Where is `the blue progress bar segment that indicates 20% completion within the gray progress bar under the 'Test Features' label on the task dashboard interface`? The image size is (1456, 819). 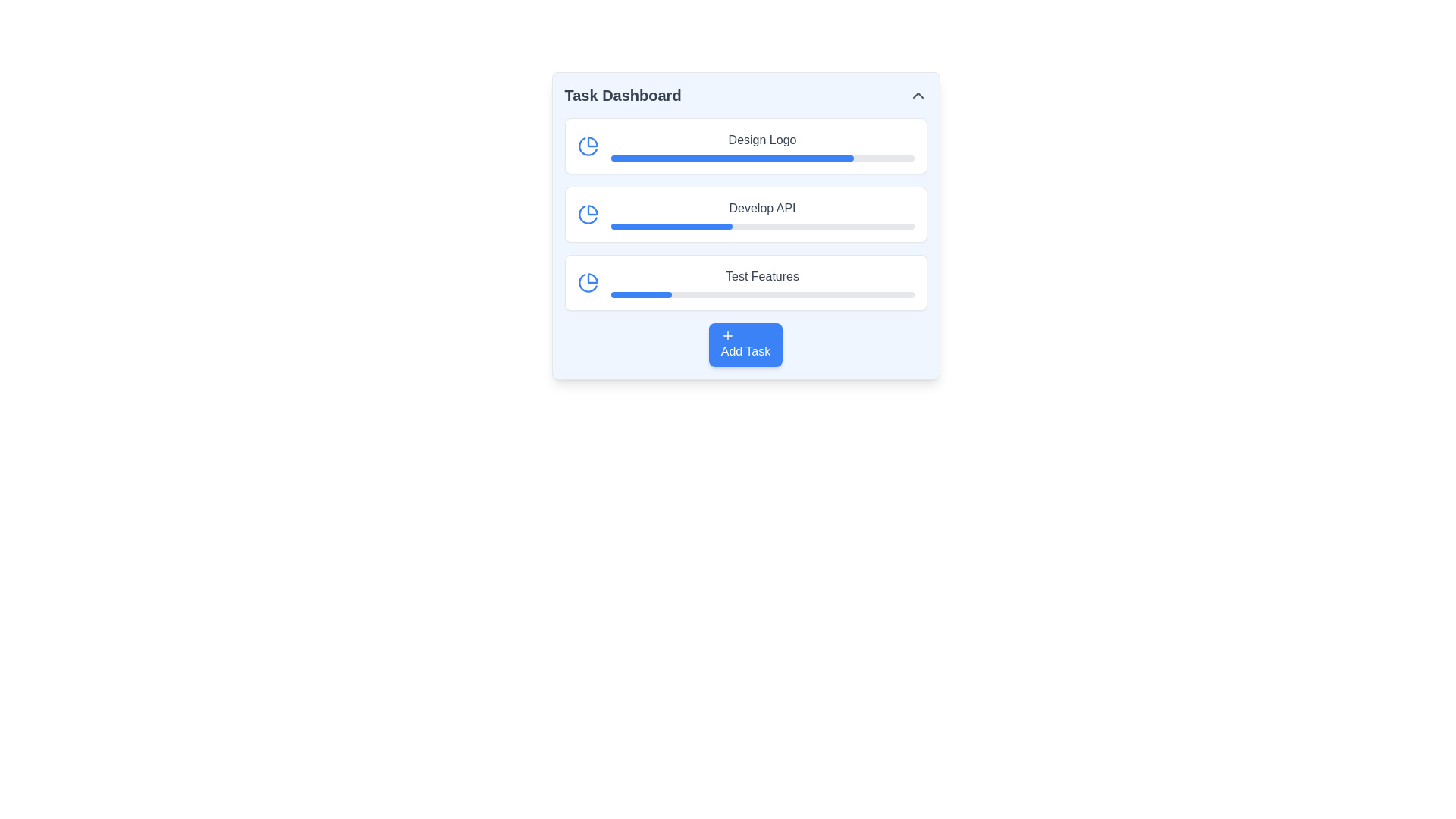 the blue progress bar segment that indicates 20% completion within the gray progress bar under the 'Test Features' label on the task dashboard interface is located at coordinates (641, 295).